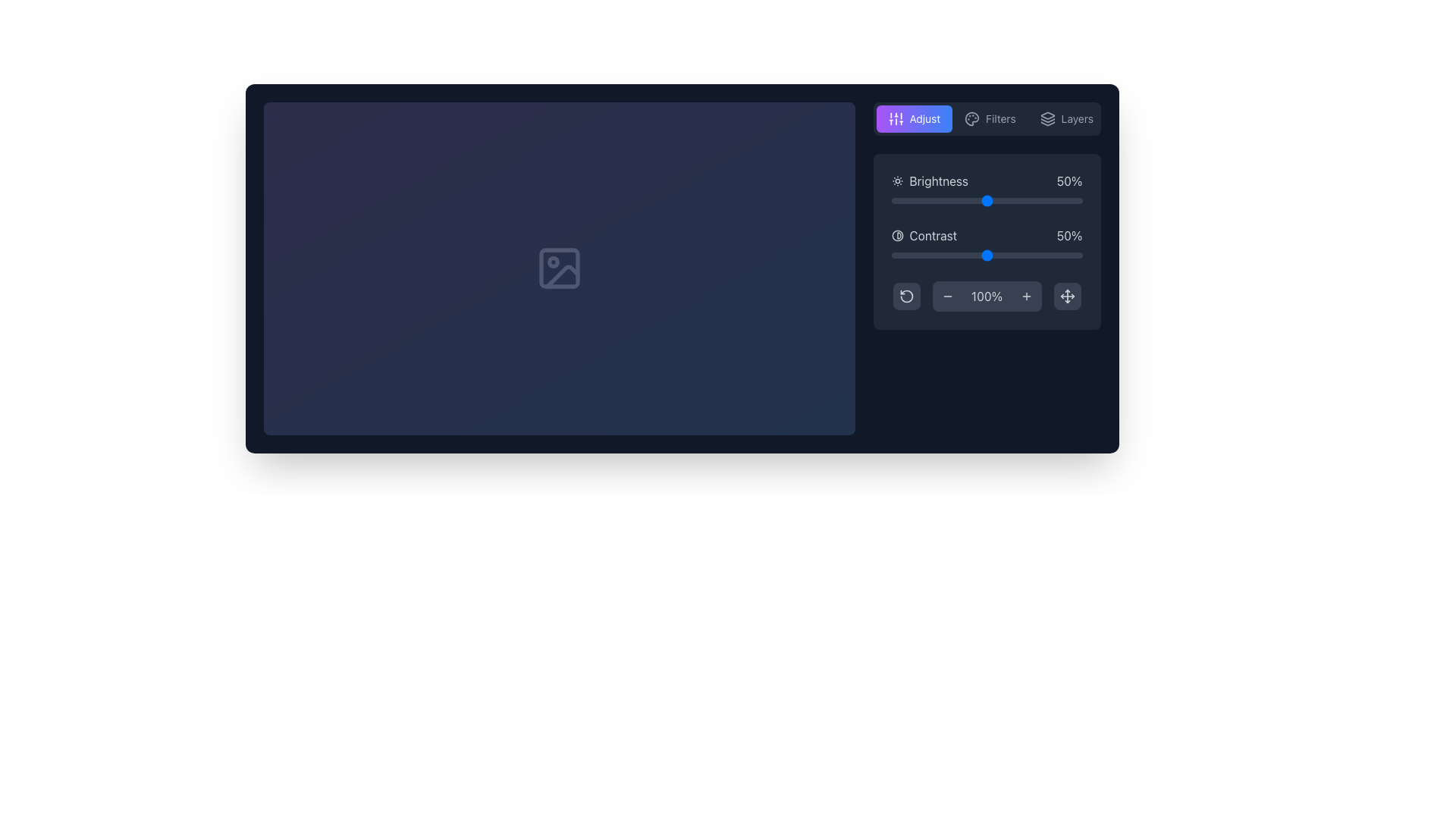  I want to click on the small gray plus sign icon located near the bottom-right side of the settings panel, so click(1026, 296).